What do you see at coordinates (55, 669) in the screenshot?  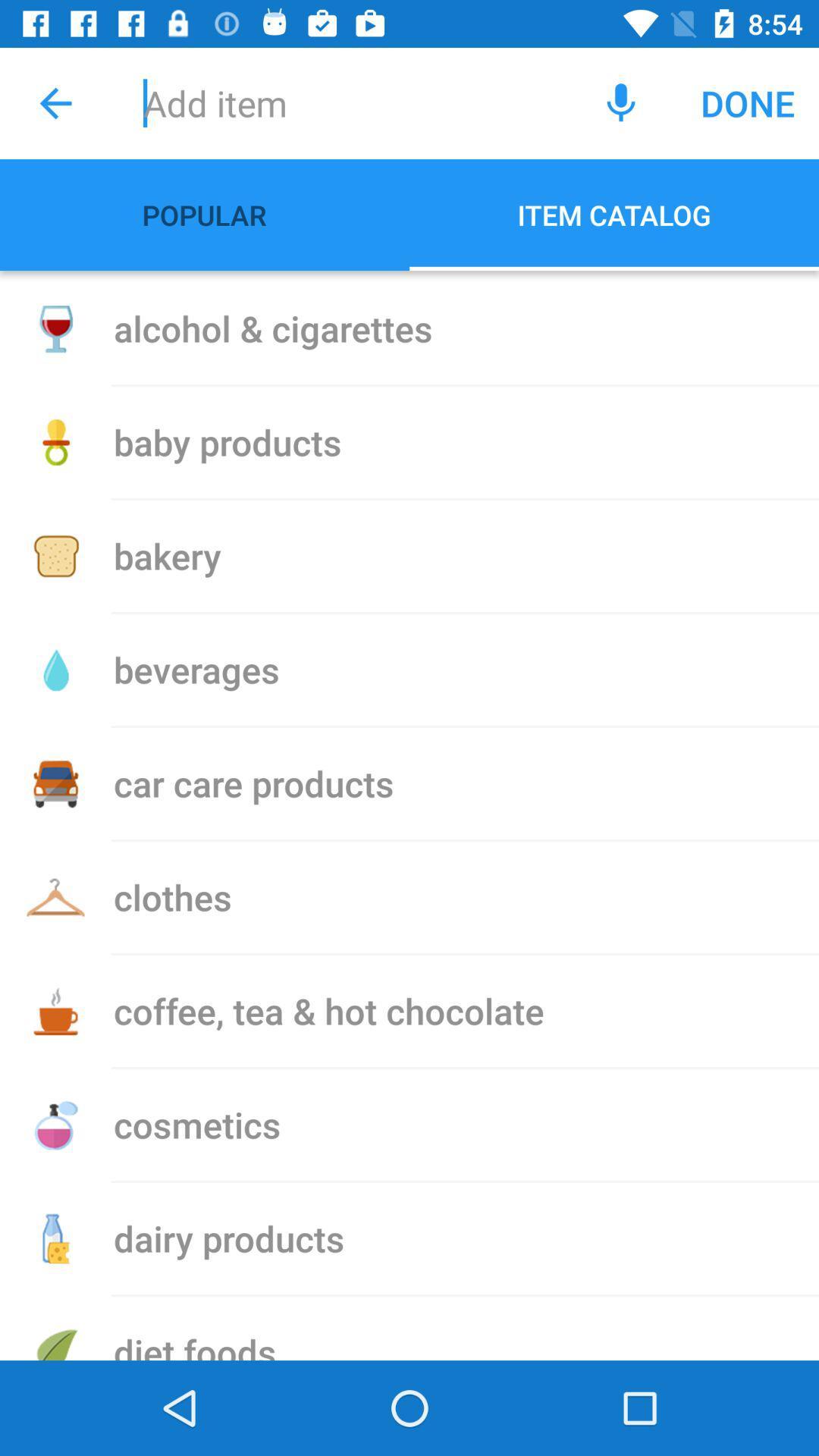 I see `the icon before beverages` at bounding box center [55, 669].